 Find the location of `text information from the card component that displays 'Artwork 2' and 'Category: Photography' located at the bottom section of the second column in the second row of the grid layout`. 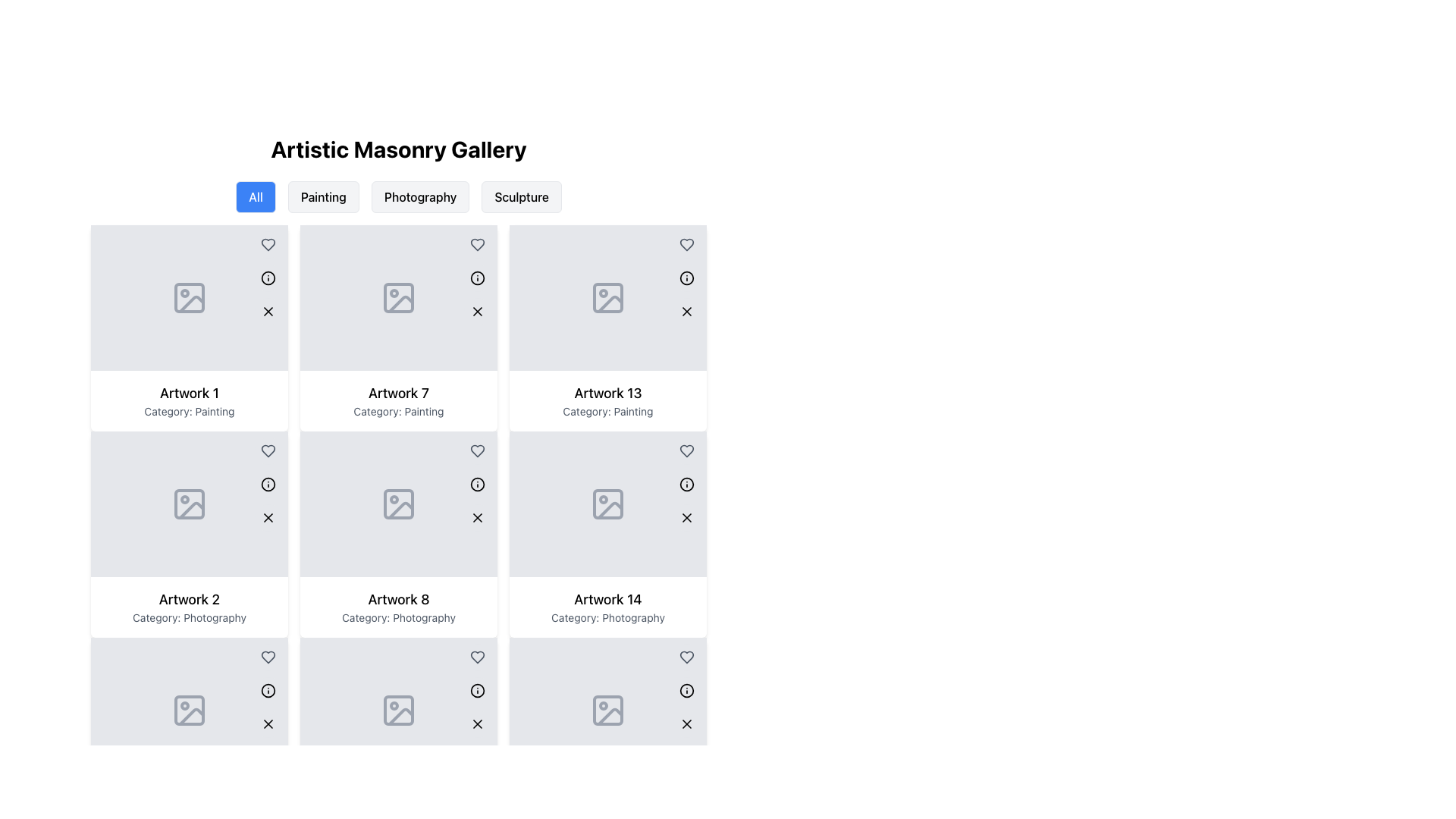

text information from the card component that displays 'Artwork 2' and 'Category: Photography' located at the bottom section of the second column in the second row of the grid layout is located at coordinates (188, 607).